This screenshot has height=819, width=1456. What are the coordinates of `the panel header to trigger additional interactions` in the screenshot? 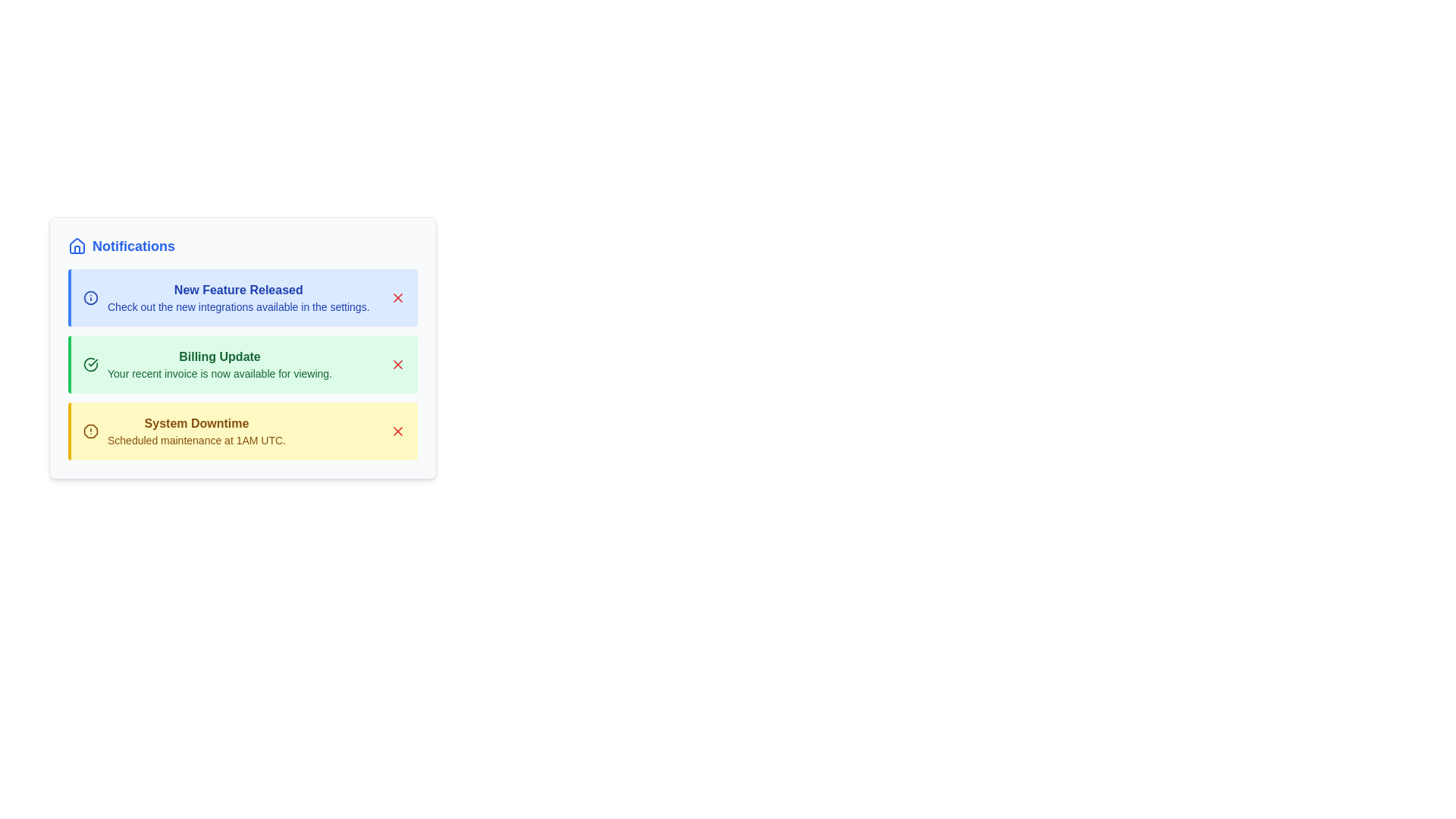 It's located at (243, 245).